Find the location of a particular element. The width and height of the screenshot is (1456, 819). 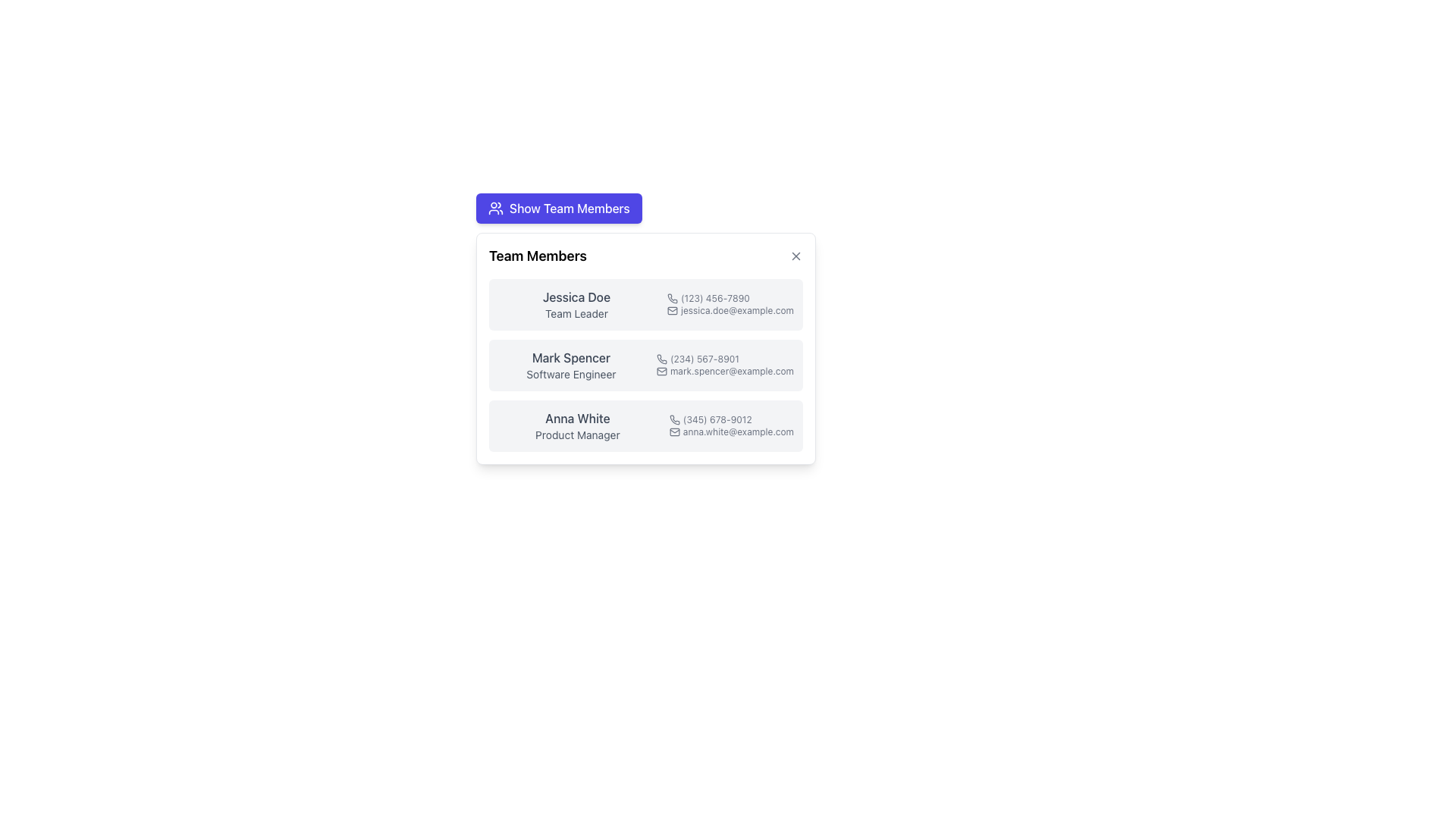

the text label displaying 'Anna White' in the 'Team Members' section, which is the first line of the third entry is located at coordinates (576, 418).